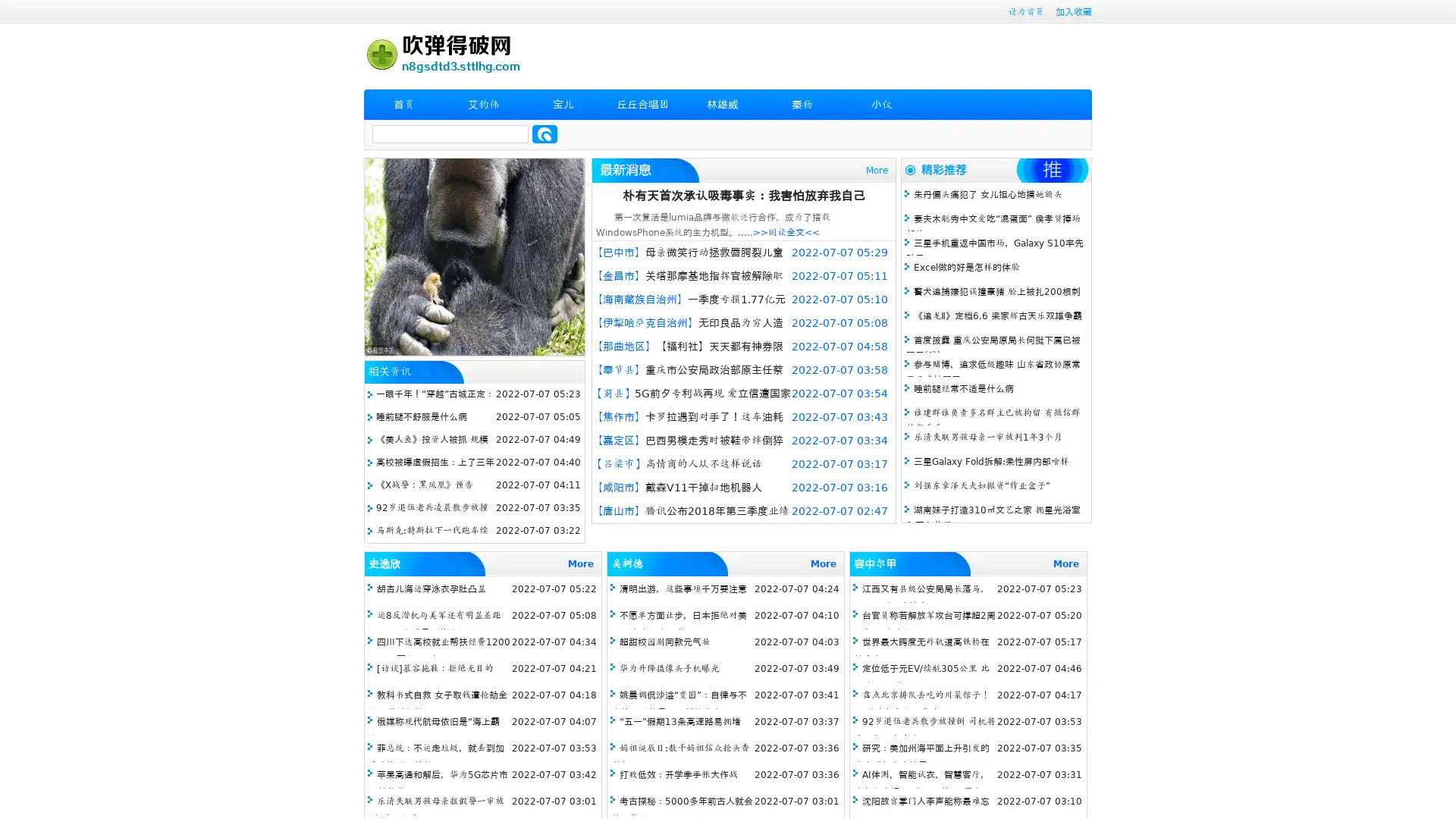 The height and width of the screenshot is (819, 1456). I want to click on Search, so click(544, 133).